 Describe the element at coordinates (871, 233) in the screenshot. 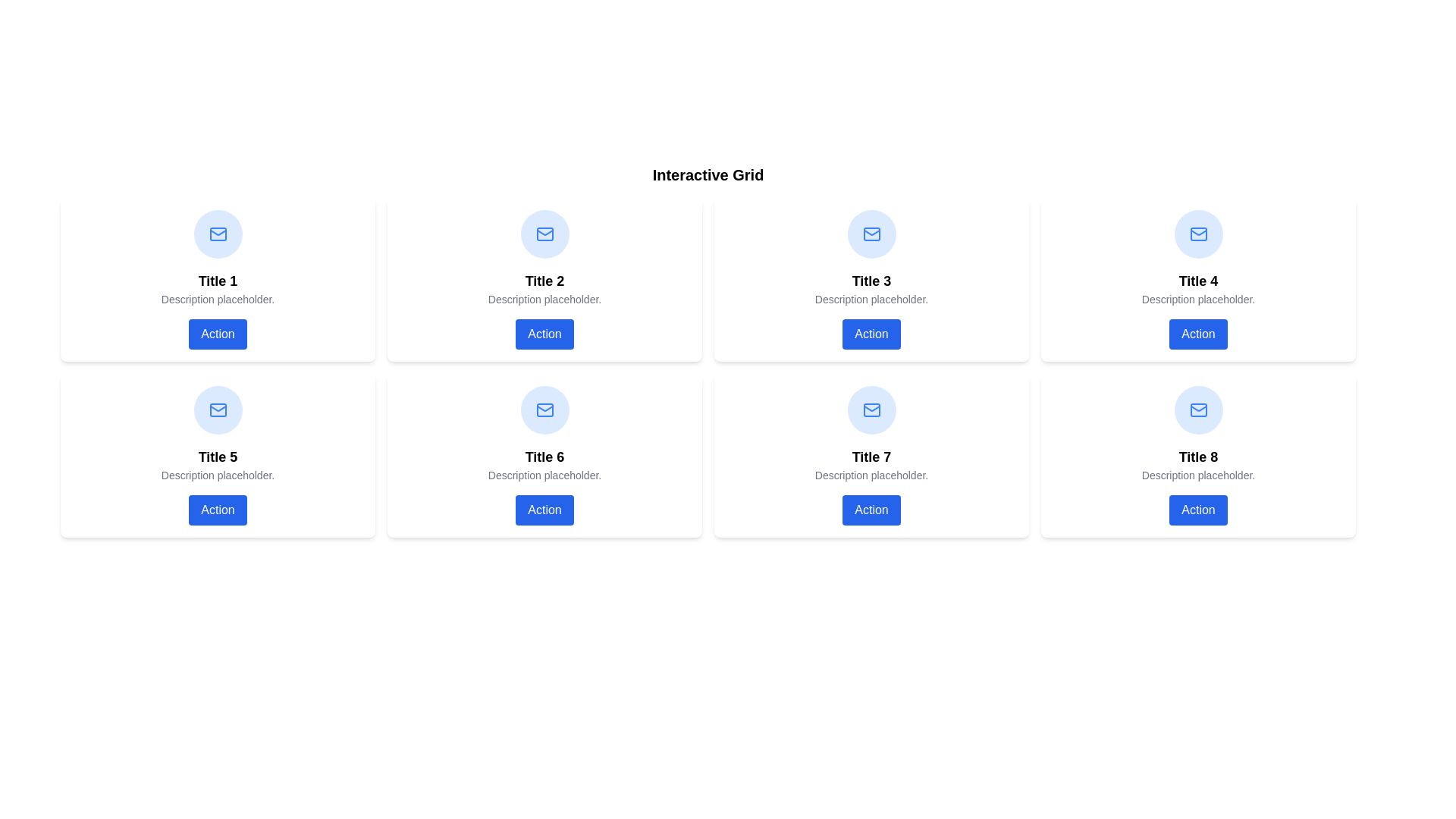

I see `the mail icon represented by an SVG with a blue stroke color, located at the top center of the card labeled 'Title 7'` at that location.